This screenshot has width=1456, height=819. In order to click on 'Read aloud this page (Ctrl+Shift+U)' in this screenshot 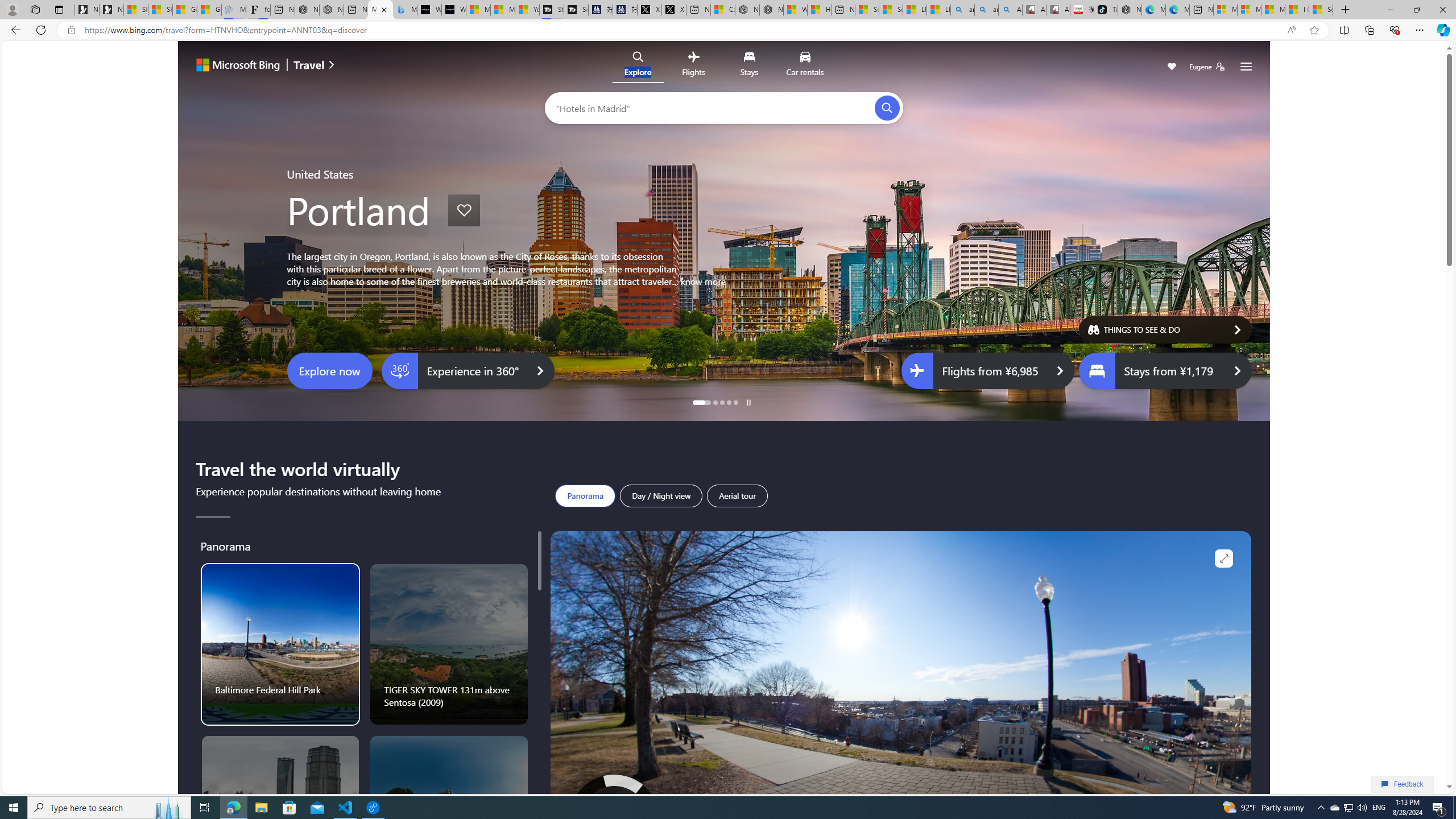, I will do `click(1291, 30)`.